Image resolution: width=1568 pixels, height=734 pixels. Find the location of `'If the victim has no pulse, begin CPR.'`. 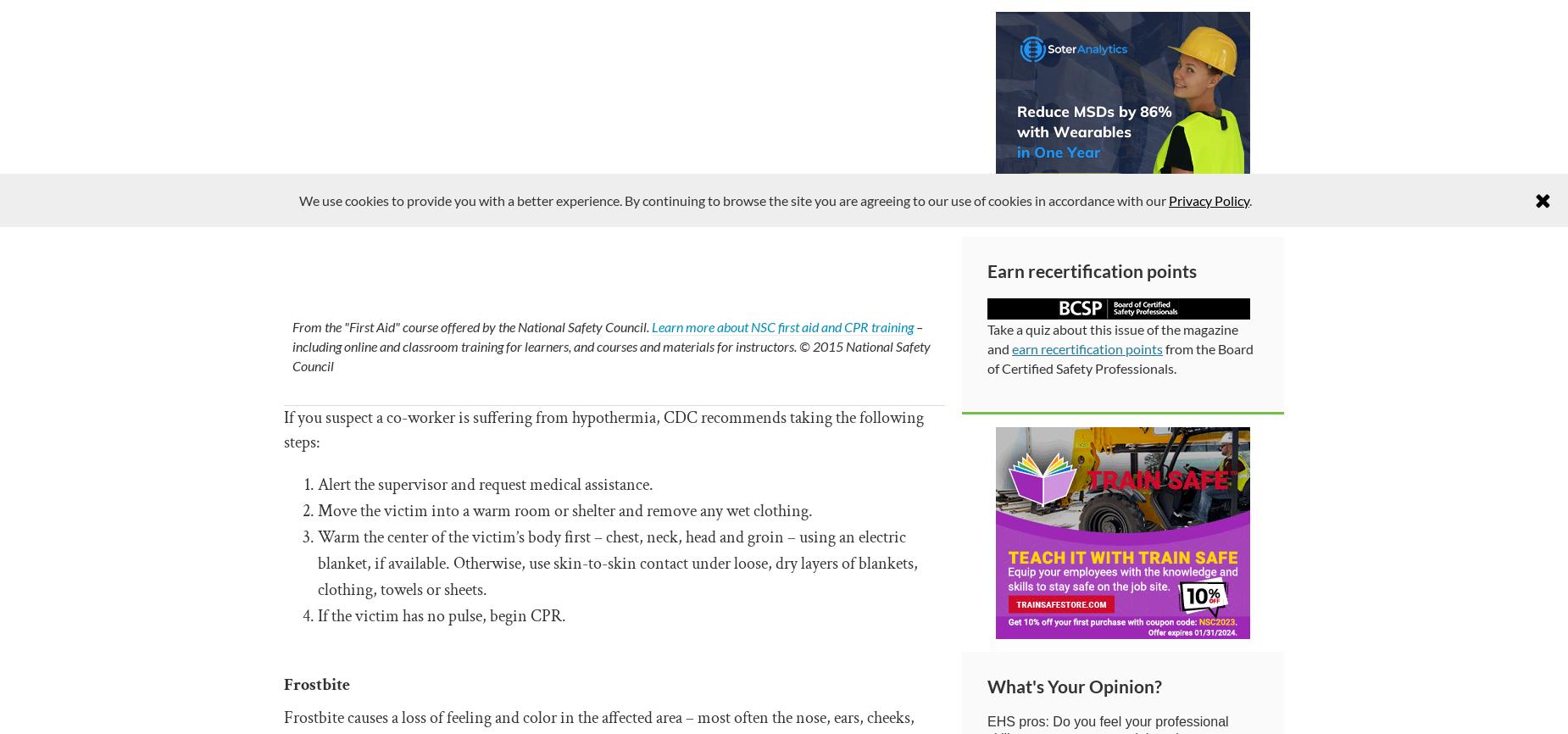

'If the victim has no pulse, begin CPR.' is located at coordinates (442, 615).